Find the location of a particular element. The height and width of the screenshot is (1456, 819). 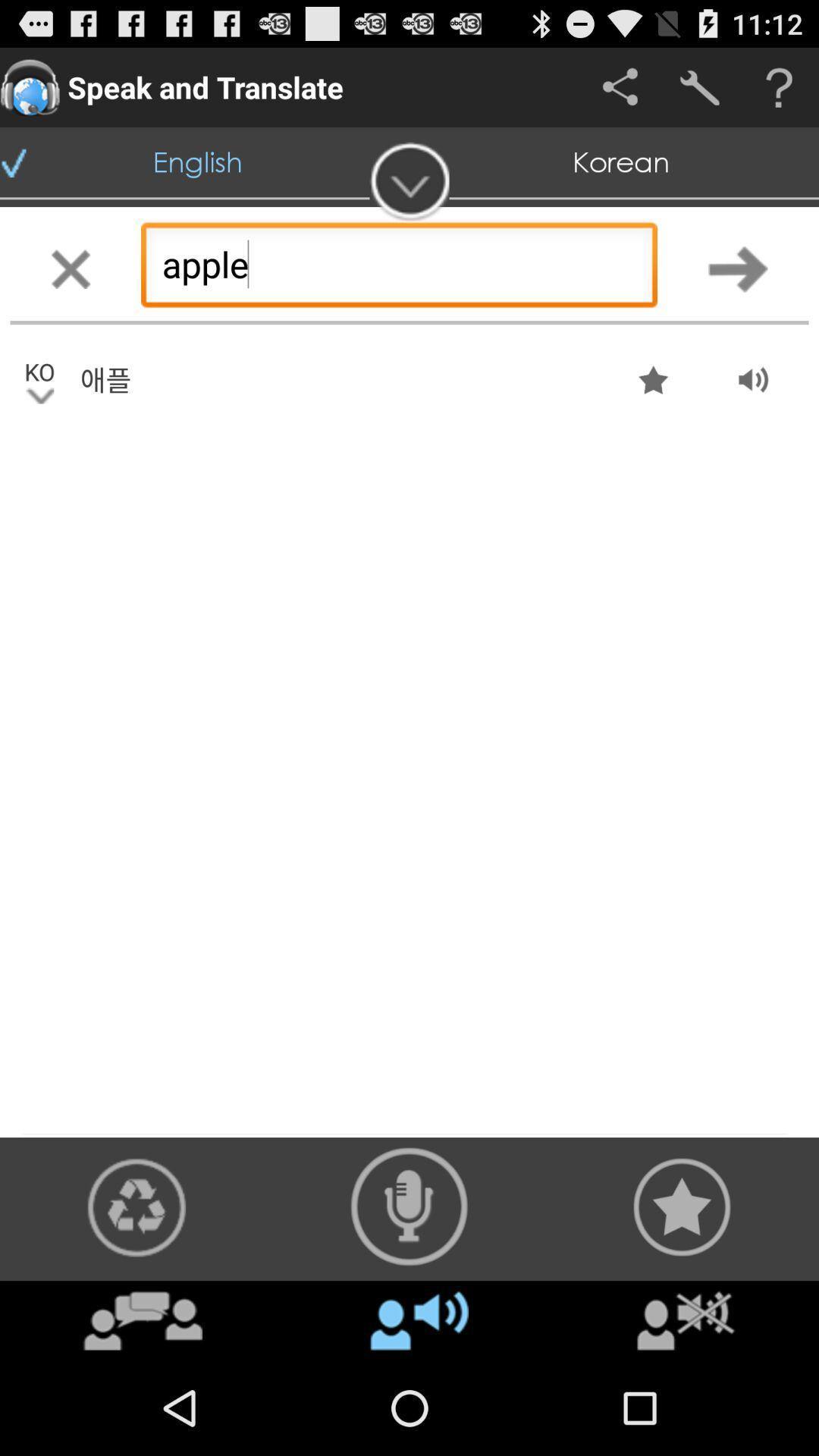

the share option is located at coordinates (620, 86).